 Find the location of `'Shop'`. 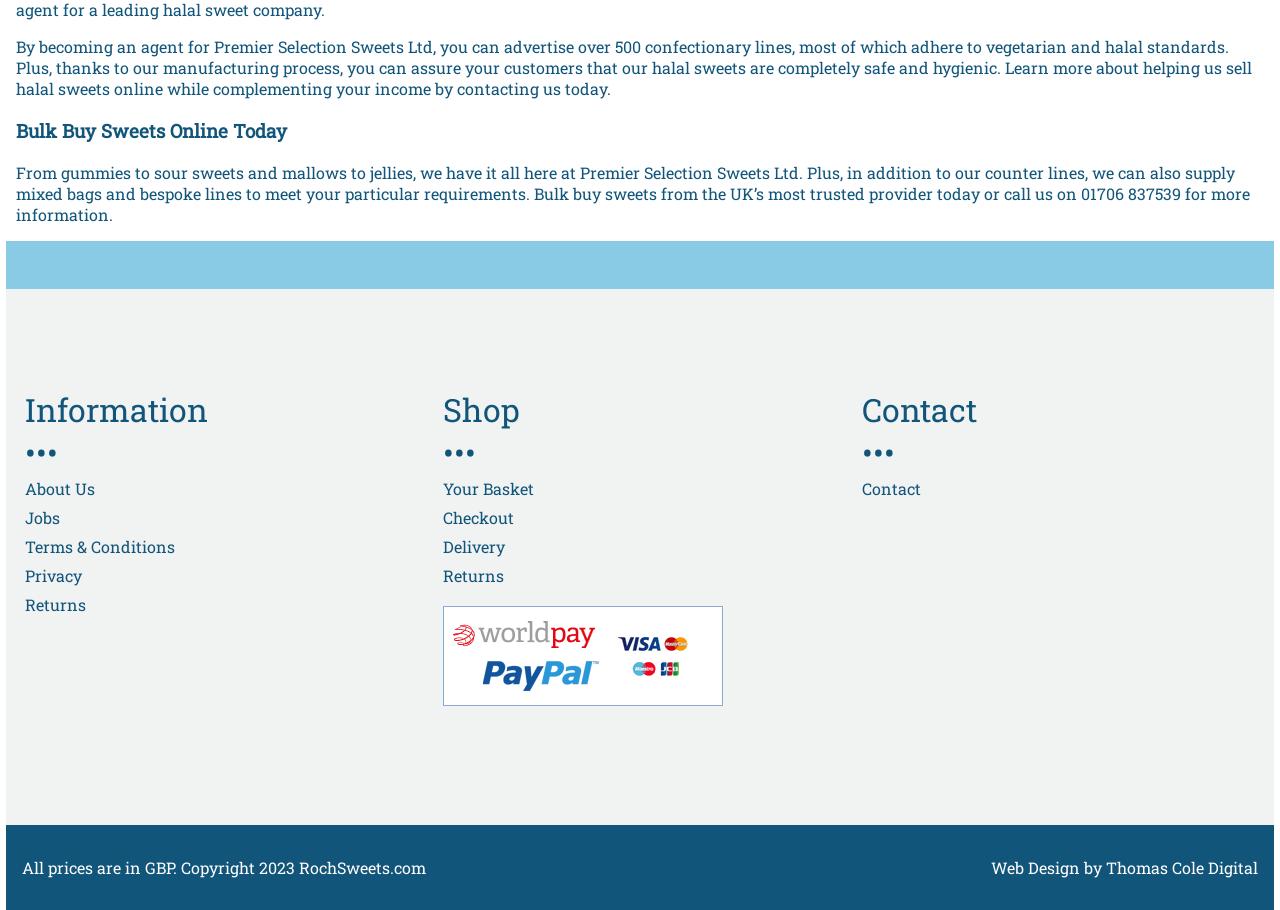

'Shop' is located at coordinates (481, 407).